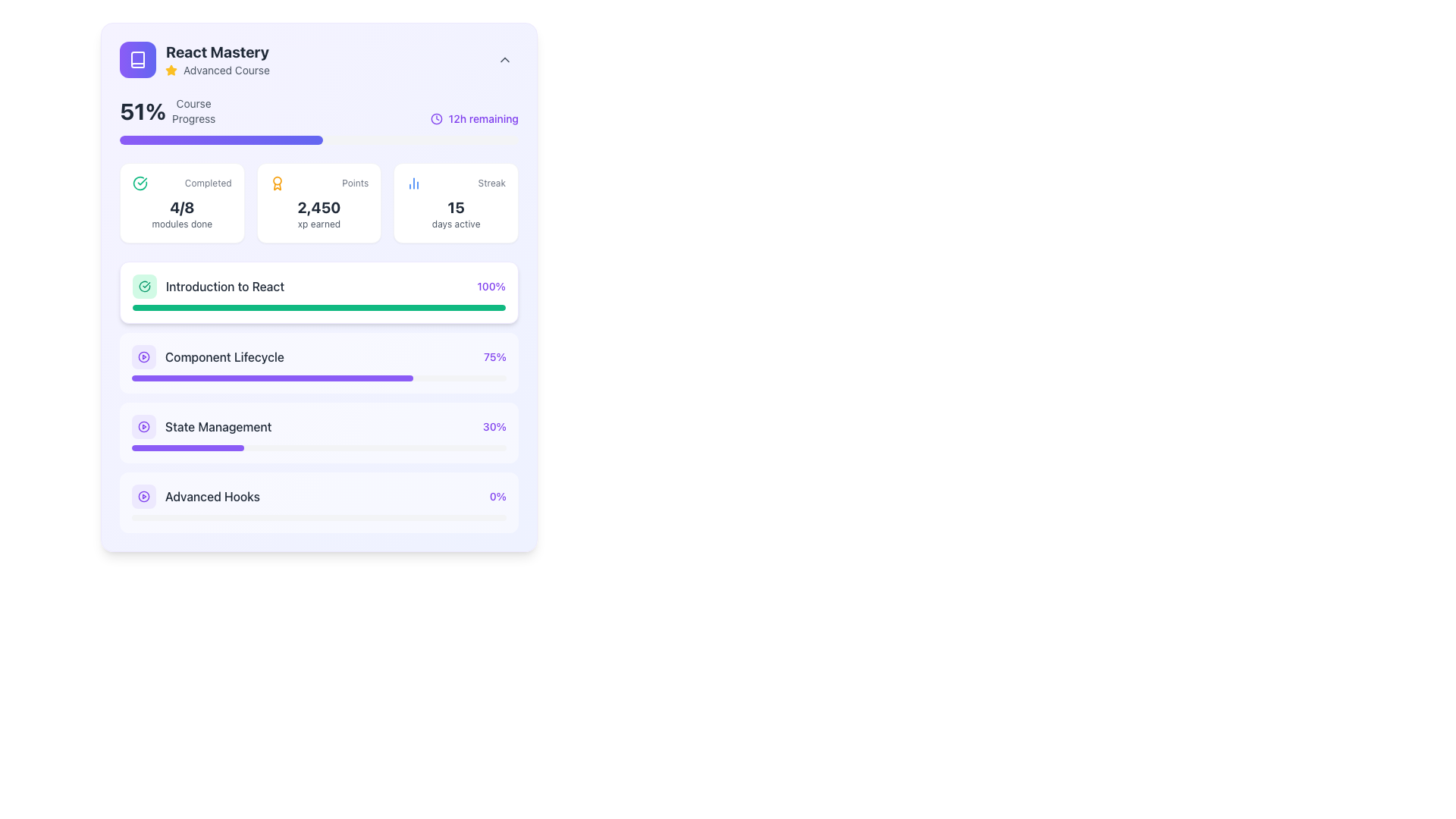  Describe the element at coordinates (455, 224) in the screenshot. I see `static text label displaying 'days active' located below the bold numerical value '15' in the 'Streak' dashboard card` at that location.